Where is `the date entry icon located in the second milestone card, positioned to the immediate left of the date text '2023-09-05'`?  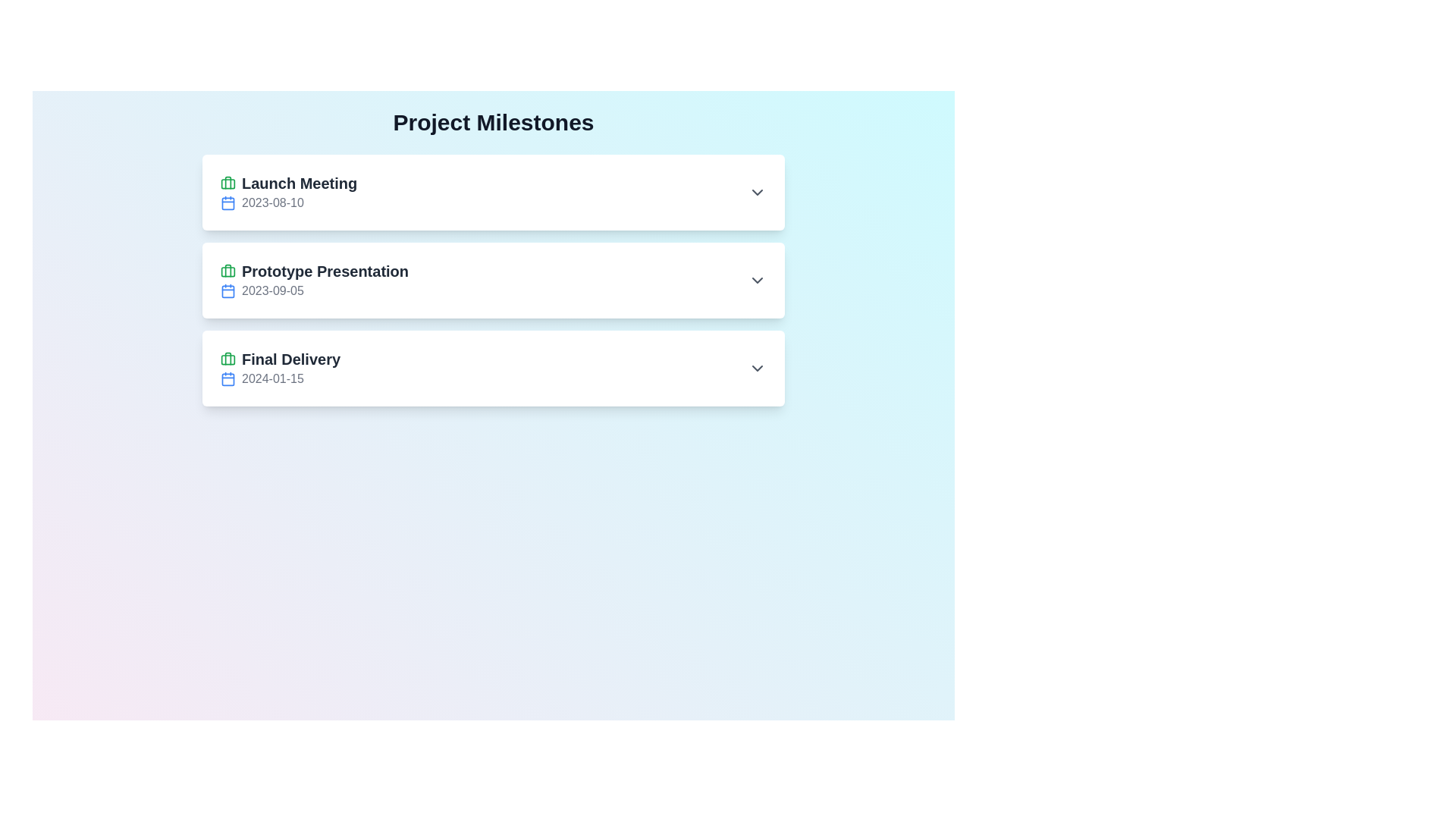 the date entry icon located in the second milestone card, positioned to the immediate left of the date text '2023-09-05' is located at coordinates (227, 291).